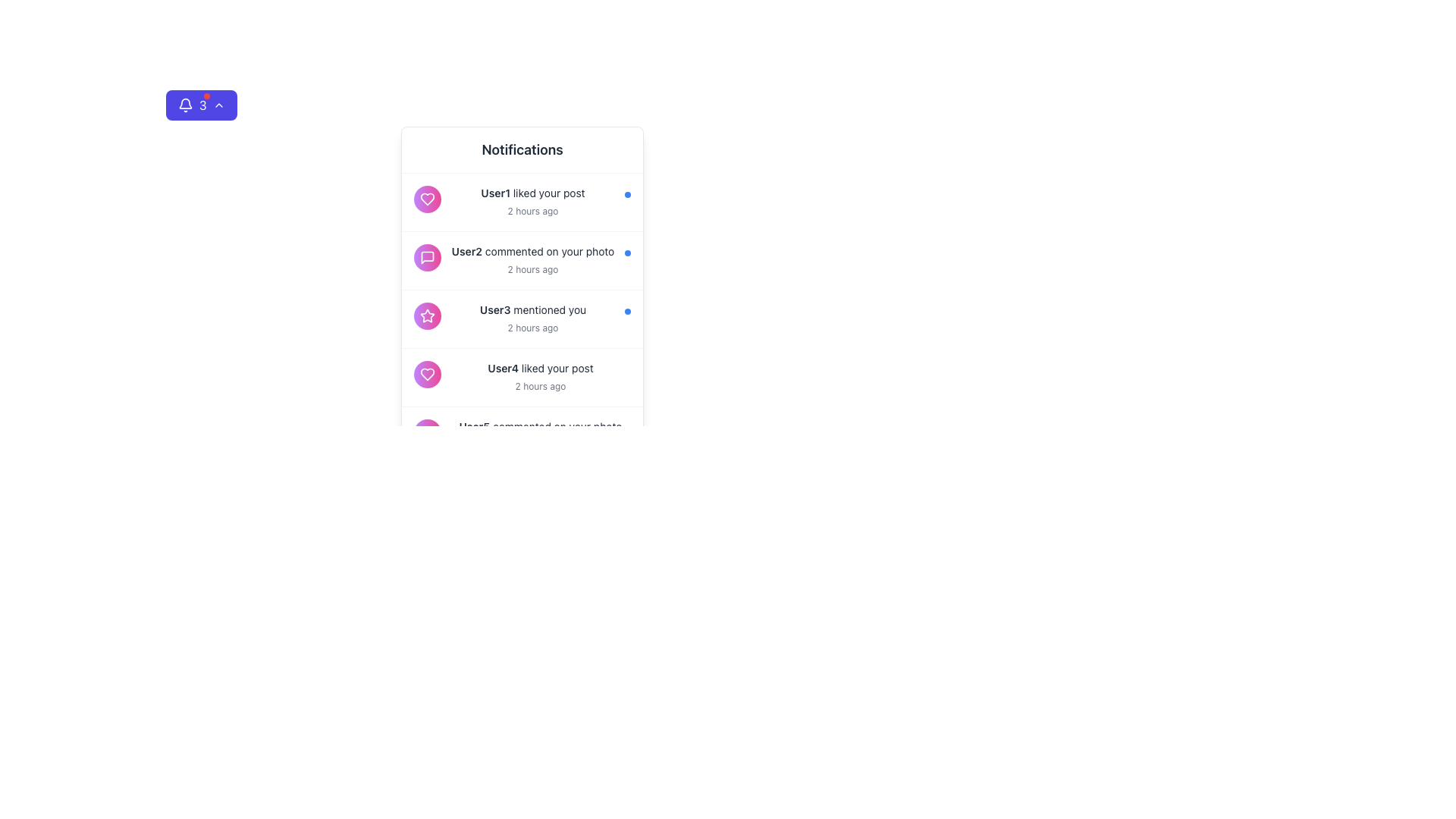  I want to click on notification text label that displays 'User1 liked your post', which is the uppermost notification in the list, so click(532, 192).